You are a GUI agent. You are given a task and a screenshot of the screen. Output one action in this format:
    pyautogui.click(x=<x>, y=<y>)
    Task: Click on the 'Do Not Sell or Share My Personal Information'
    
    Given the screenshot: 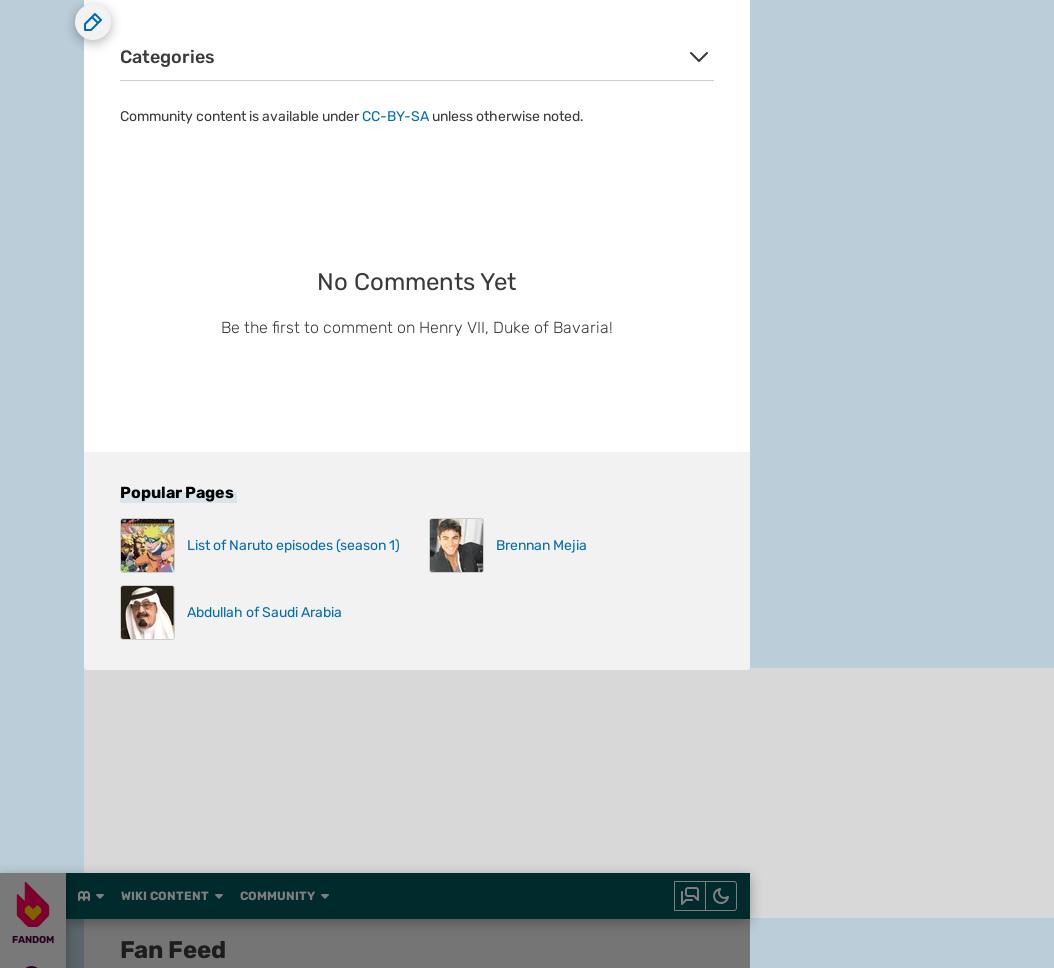 What is the action you would take?
    pyautogui.click(x=432, y=544)
    